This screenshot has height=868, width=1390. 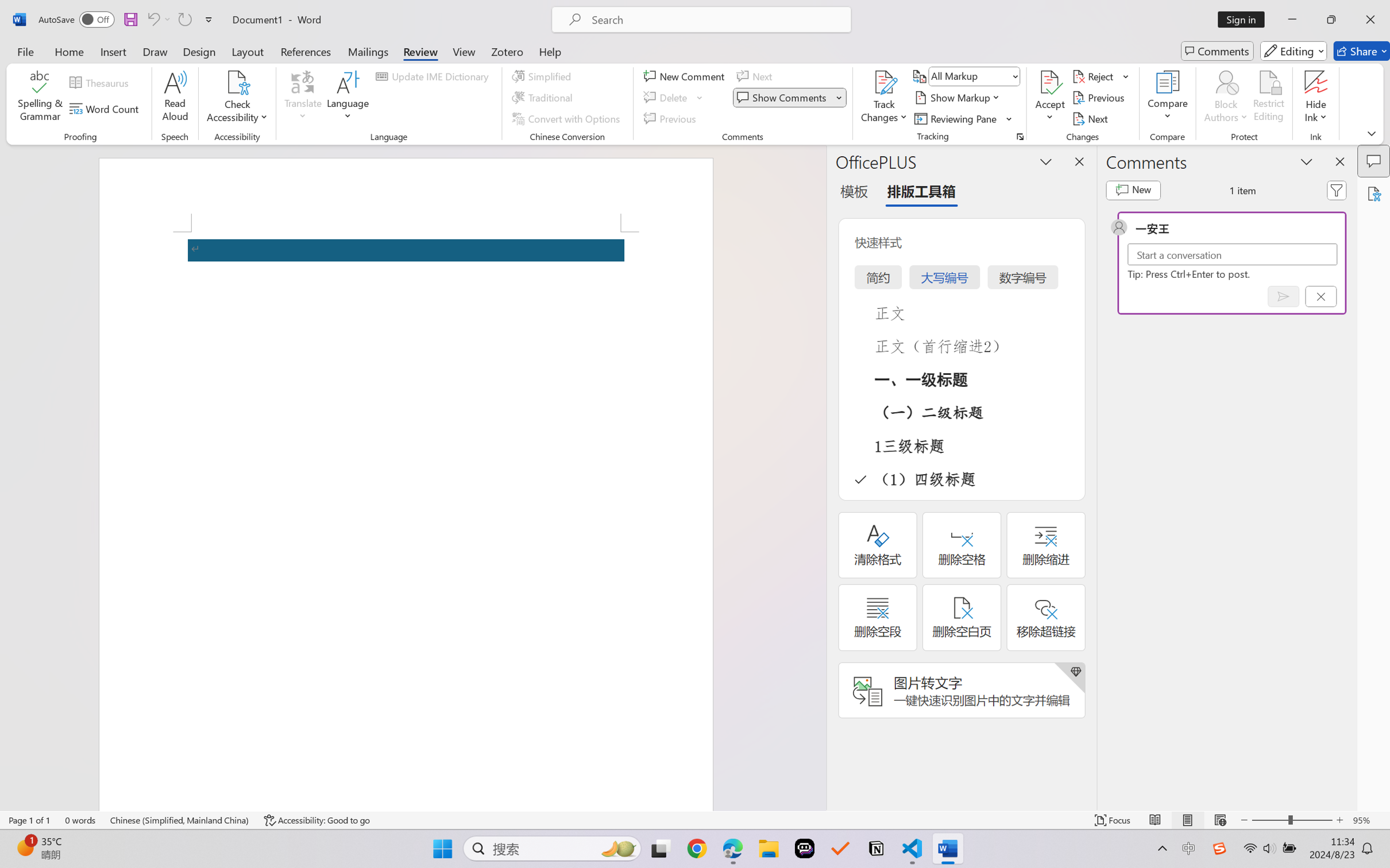 What do you see at coordinates (974, 75) in the screenshot?
I see `'Display for Review'` at bounding box center [974, 75].